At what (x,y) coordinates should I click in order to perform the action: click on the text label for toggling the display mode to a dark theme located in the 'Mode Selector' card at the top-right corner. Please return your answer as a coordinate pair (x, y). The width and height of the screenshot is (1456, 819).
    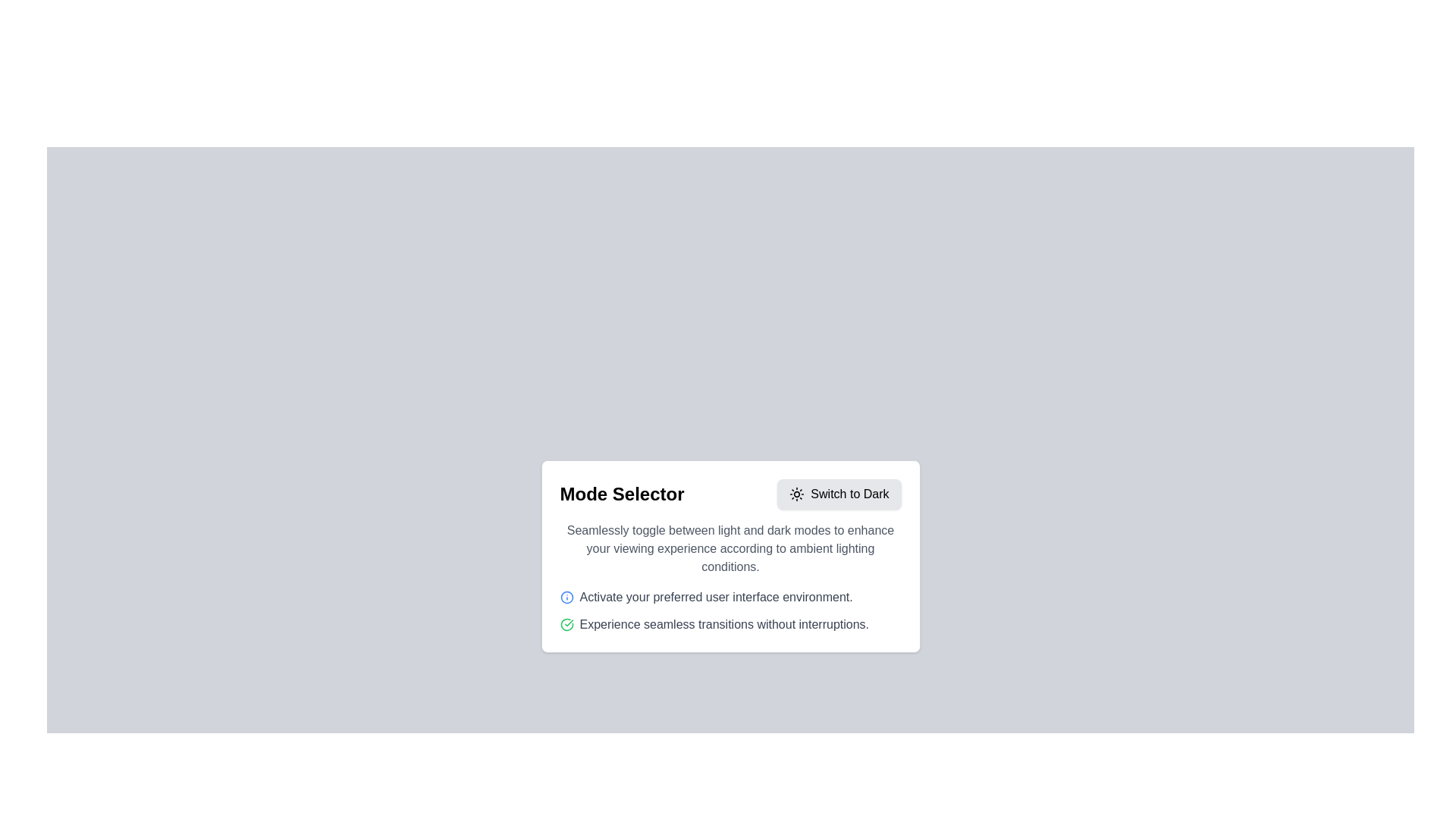
    Looking at the image, I should click on (849, 494).